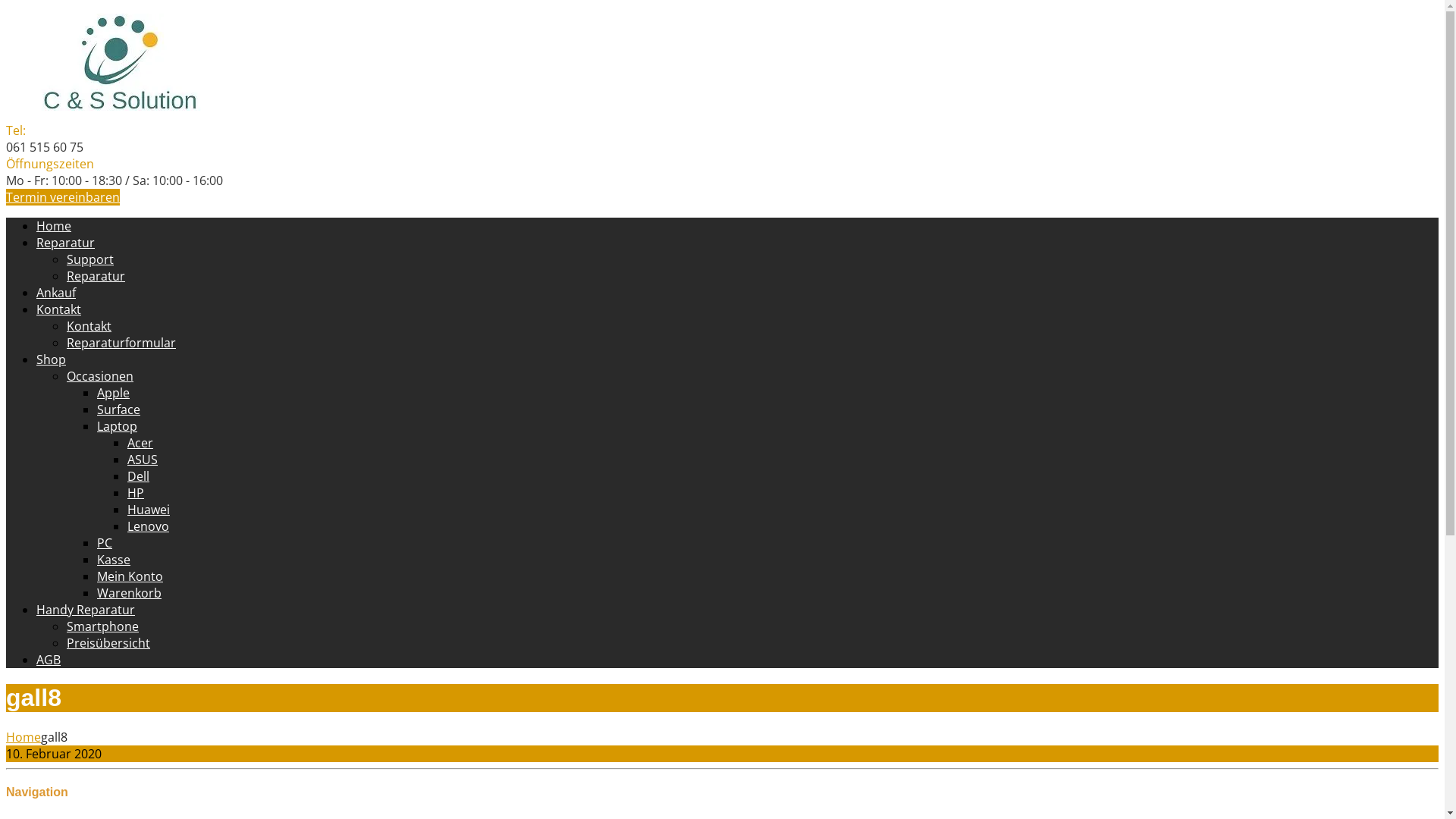 This screenshot has height=819, width=1456. What do you see at coordinates (99, 375) in the screenshot?
I see `'Occasionen'` at bounding box center [99, 375].